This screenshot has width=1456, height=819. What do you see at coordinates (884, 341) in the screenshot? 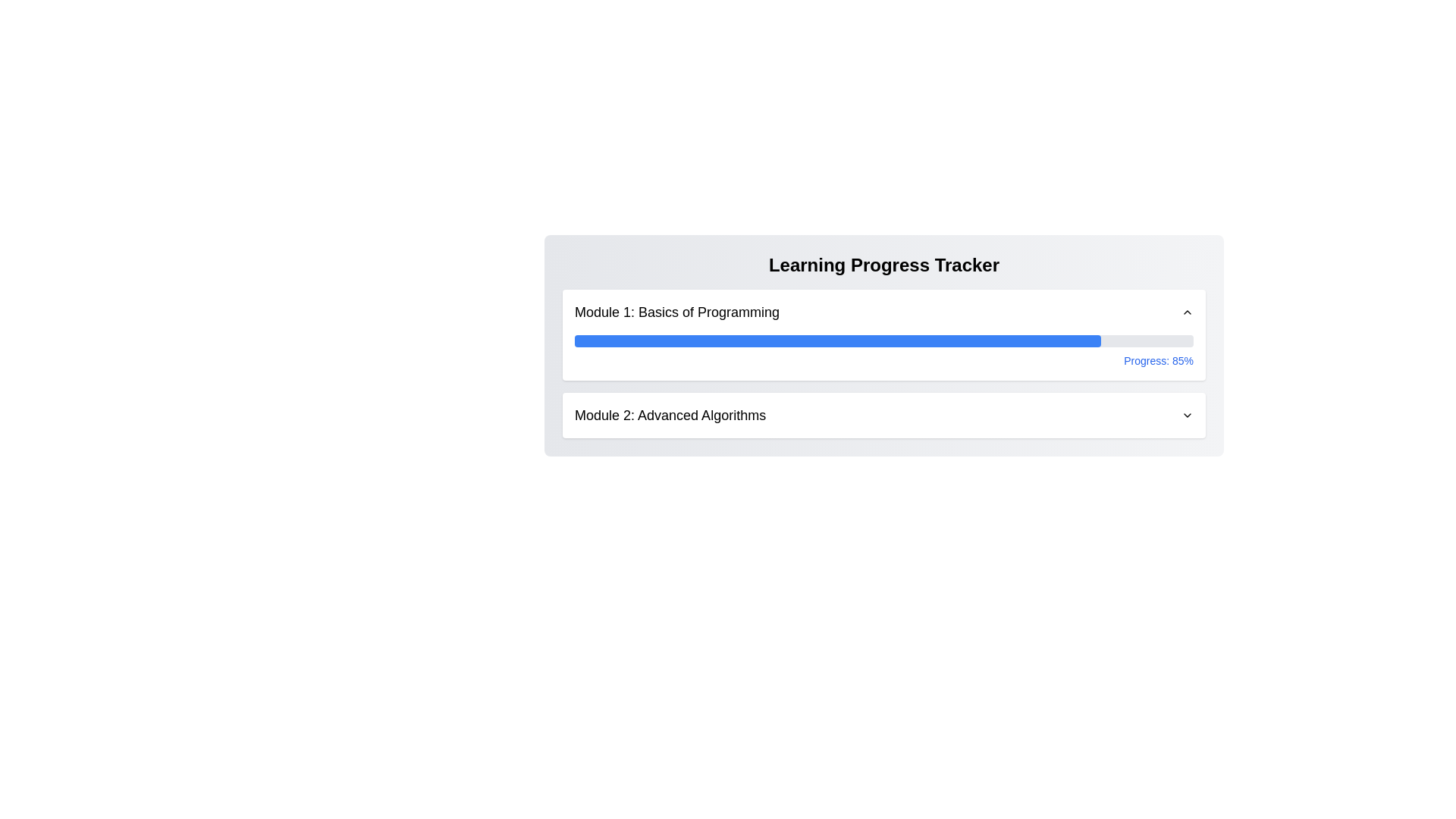
I see `the progress bar indicating 85% completion in the 'Module 1: Basics of Programming' section of the 'Learning Progress Tracker' interface` at bounding box center [884, 341].